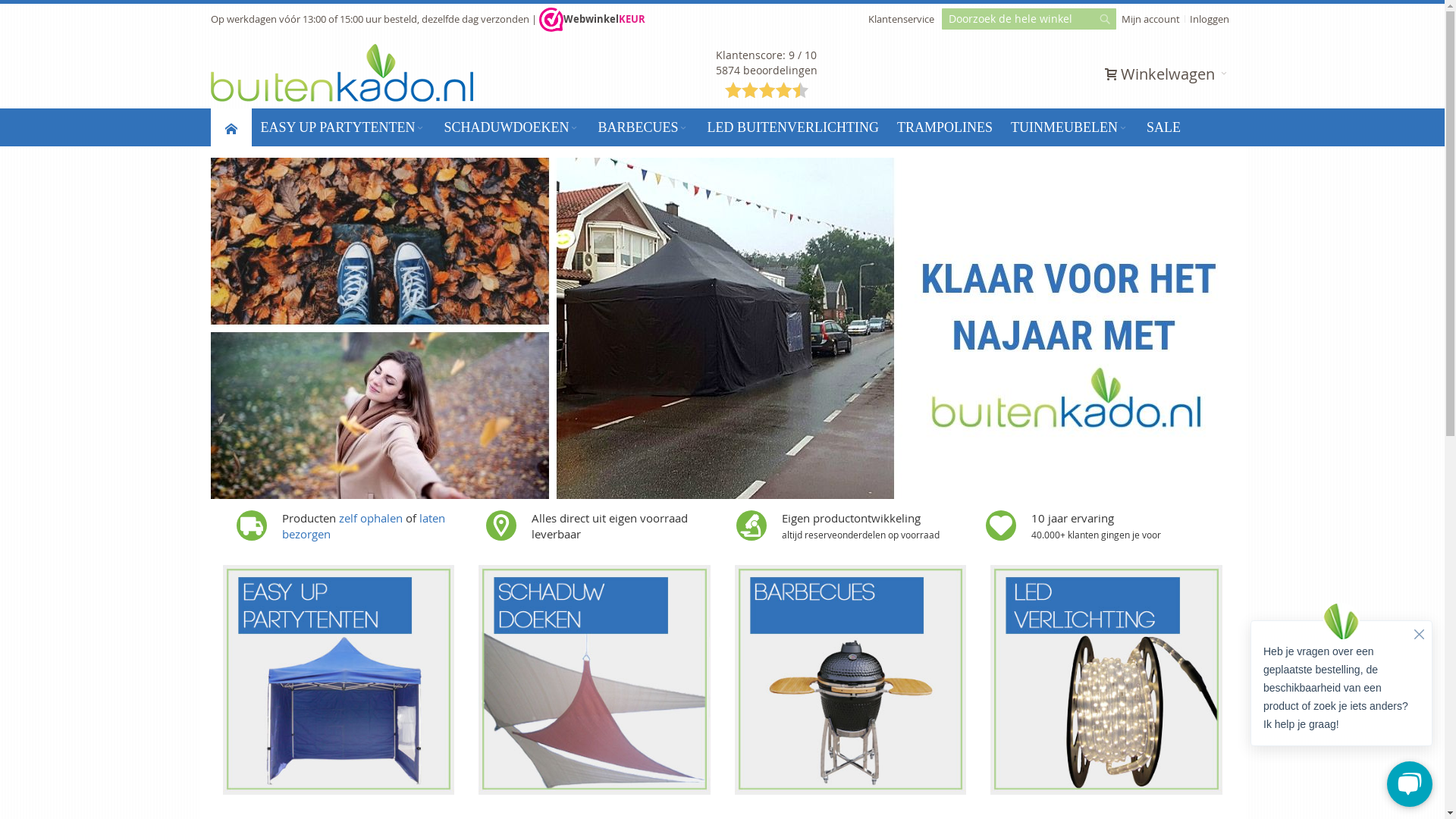 The height and width of the screenshot is (819, 1456). I want to click on 'Keurmerk webwinkel', so click(538, 20).